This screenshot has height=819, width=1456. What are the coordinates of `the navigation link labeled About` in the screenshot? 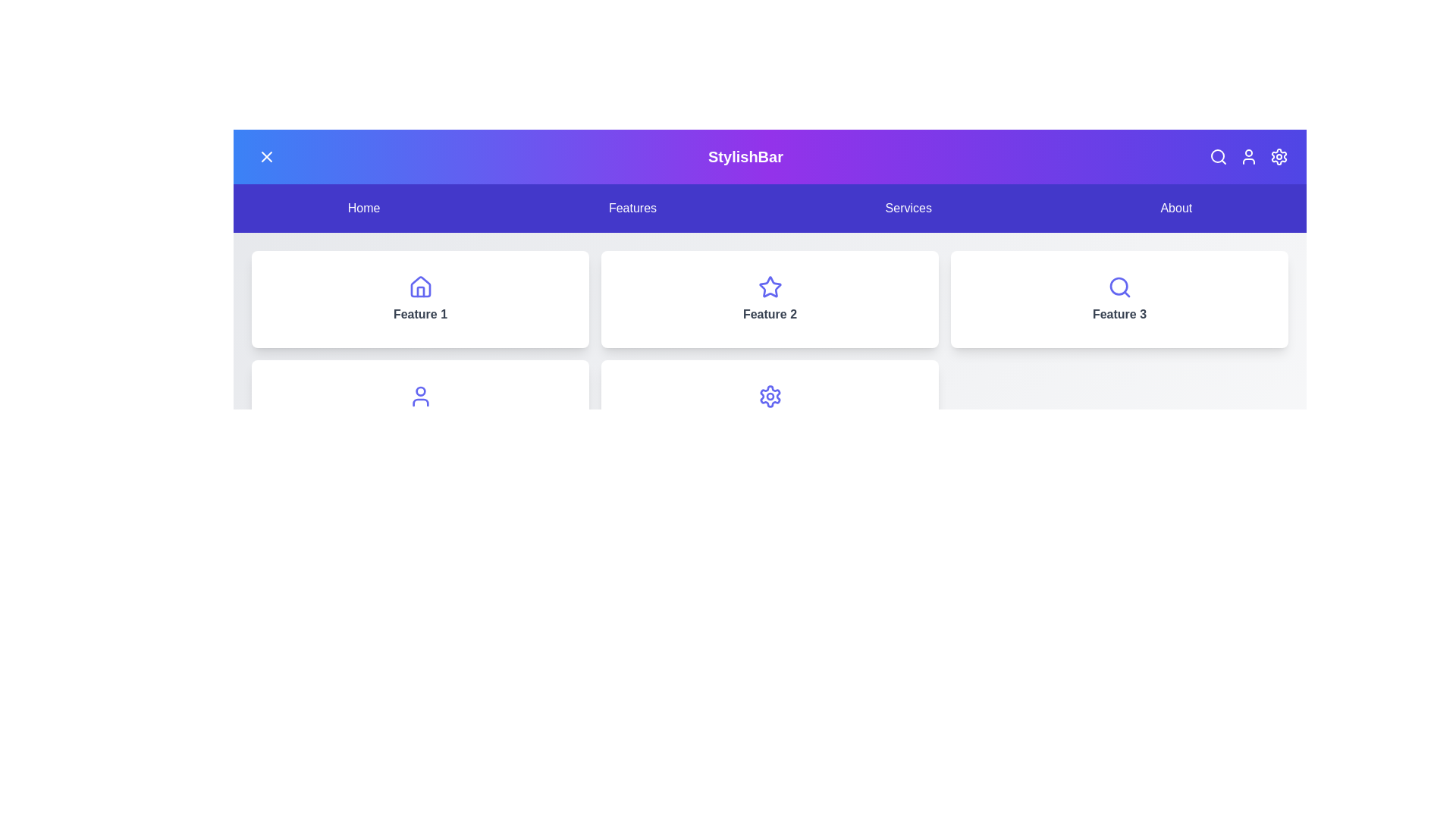 It's located at (1175, 208).